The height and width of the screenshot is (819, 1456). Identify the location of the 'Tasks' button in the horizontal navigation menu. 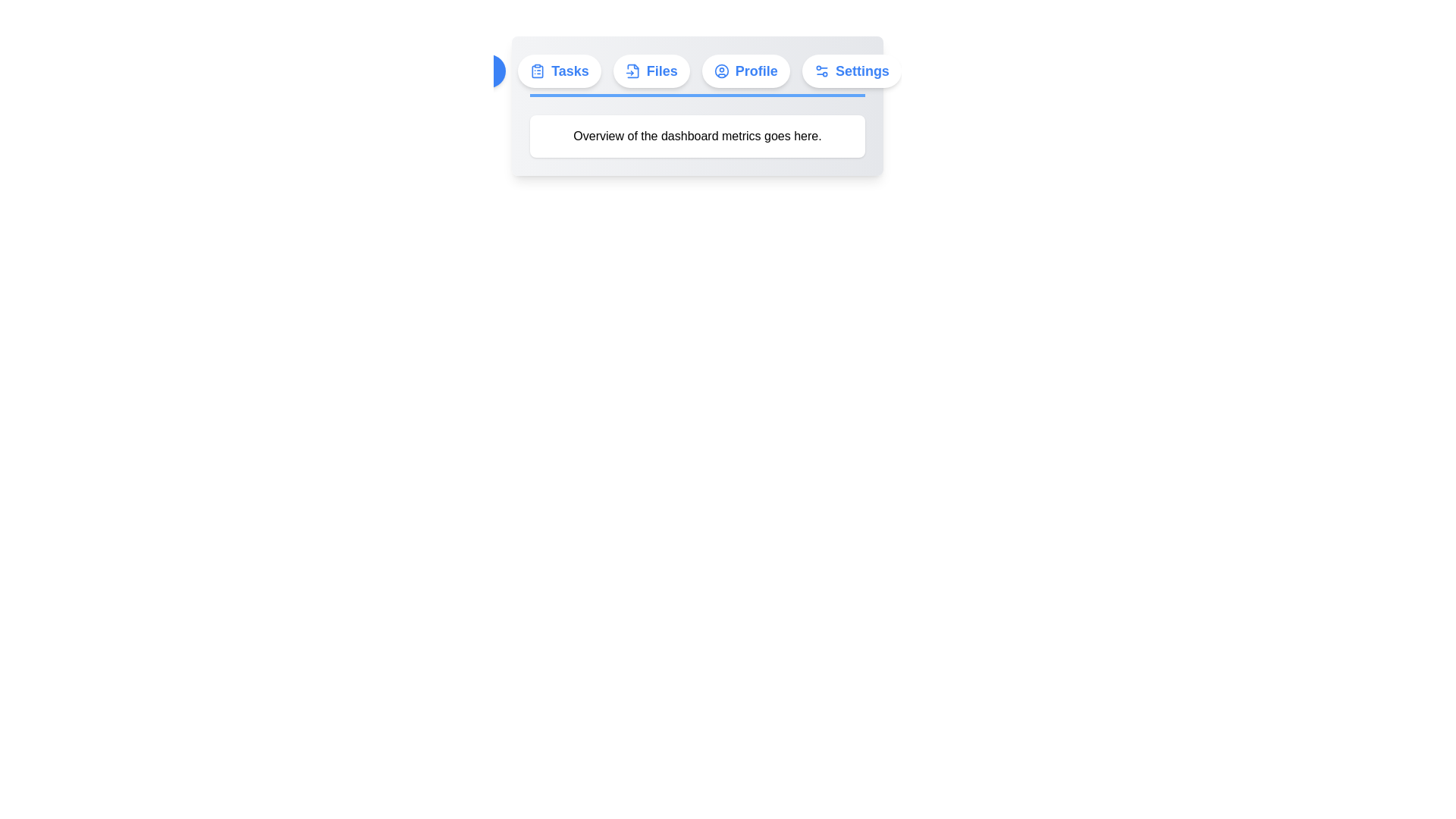
(559, 71).